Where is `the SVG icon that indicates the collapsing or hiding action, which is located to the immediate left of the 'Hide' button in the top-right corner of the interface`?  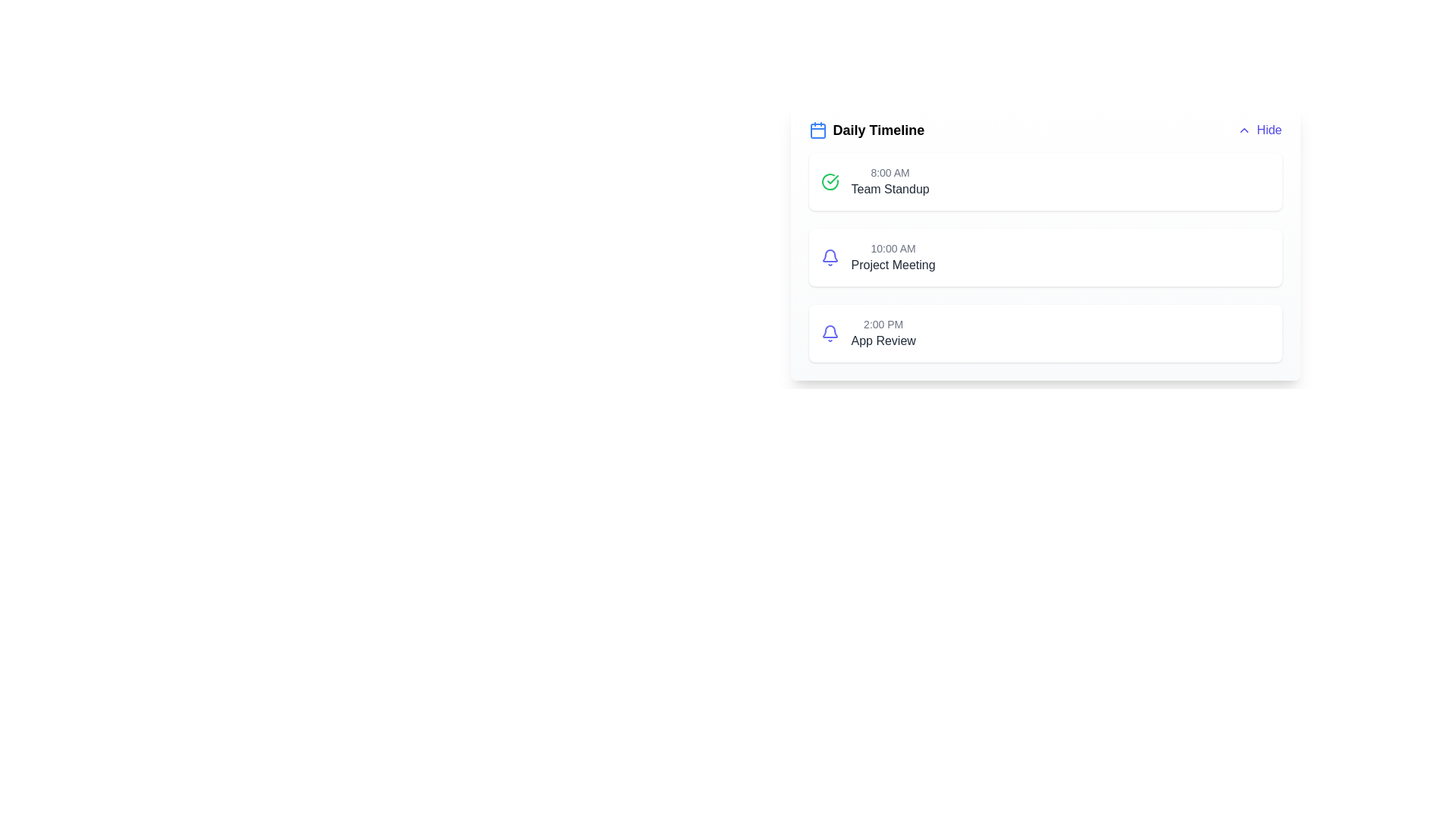 the SVG icon that indicates the collapsing or hiding action, which is located to the immediate left of the 'Hide' button in the top-right corner of the interface is located at coordinates (1244, 130).